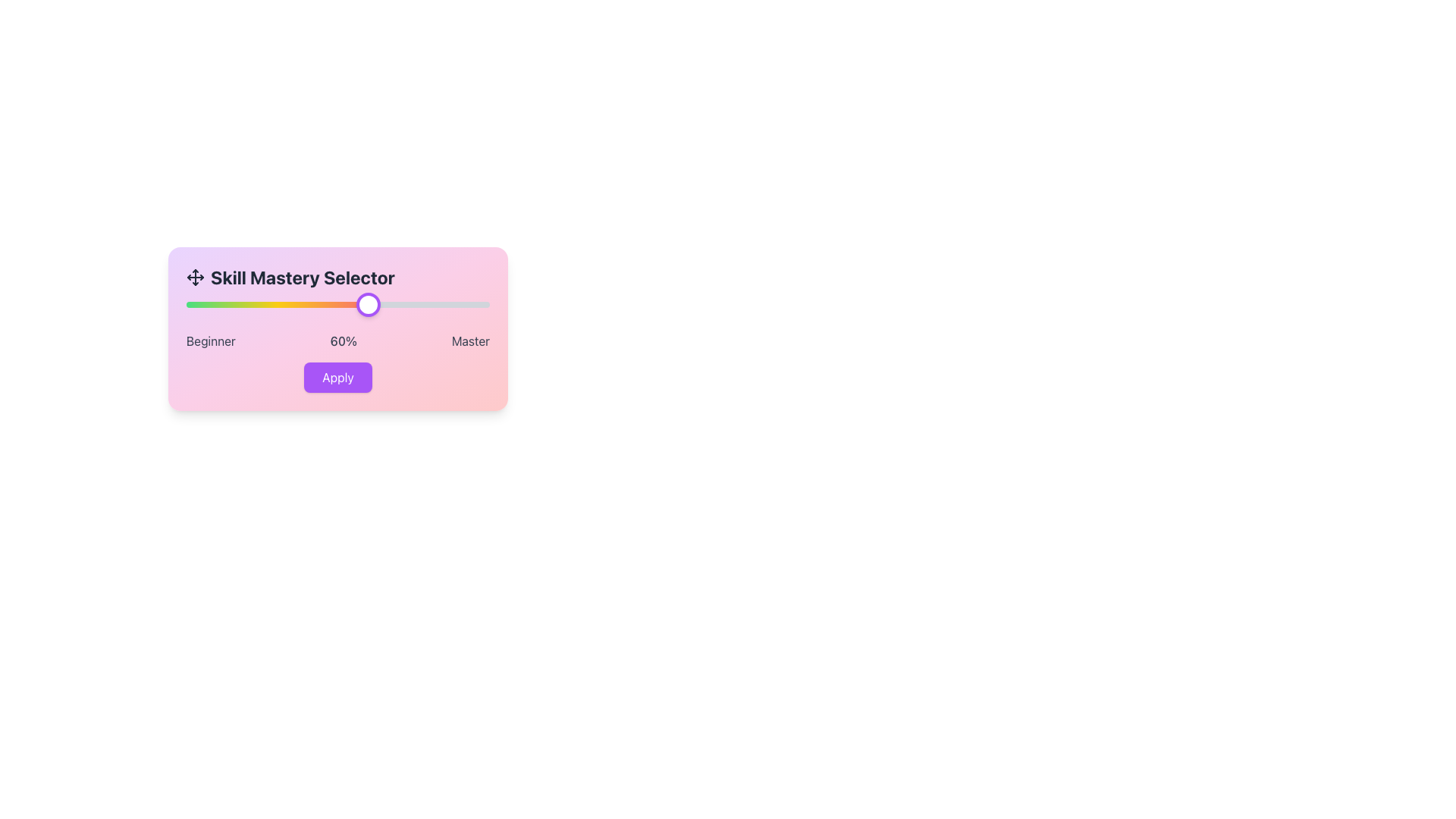 The height and width of the screenshot is (819, 1456). Describe the element at coordinates (401, 304) in the screenshot. I see `the slider position` at that location.